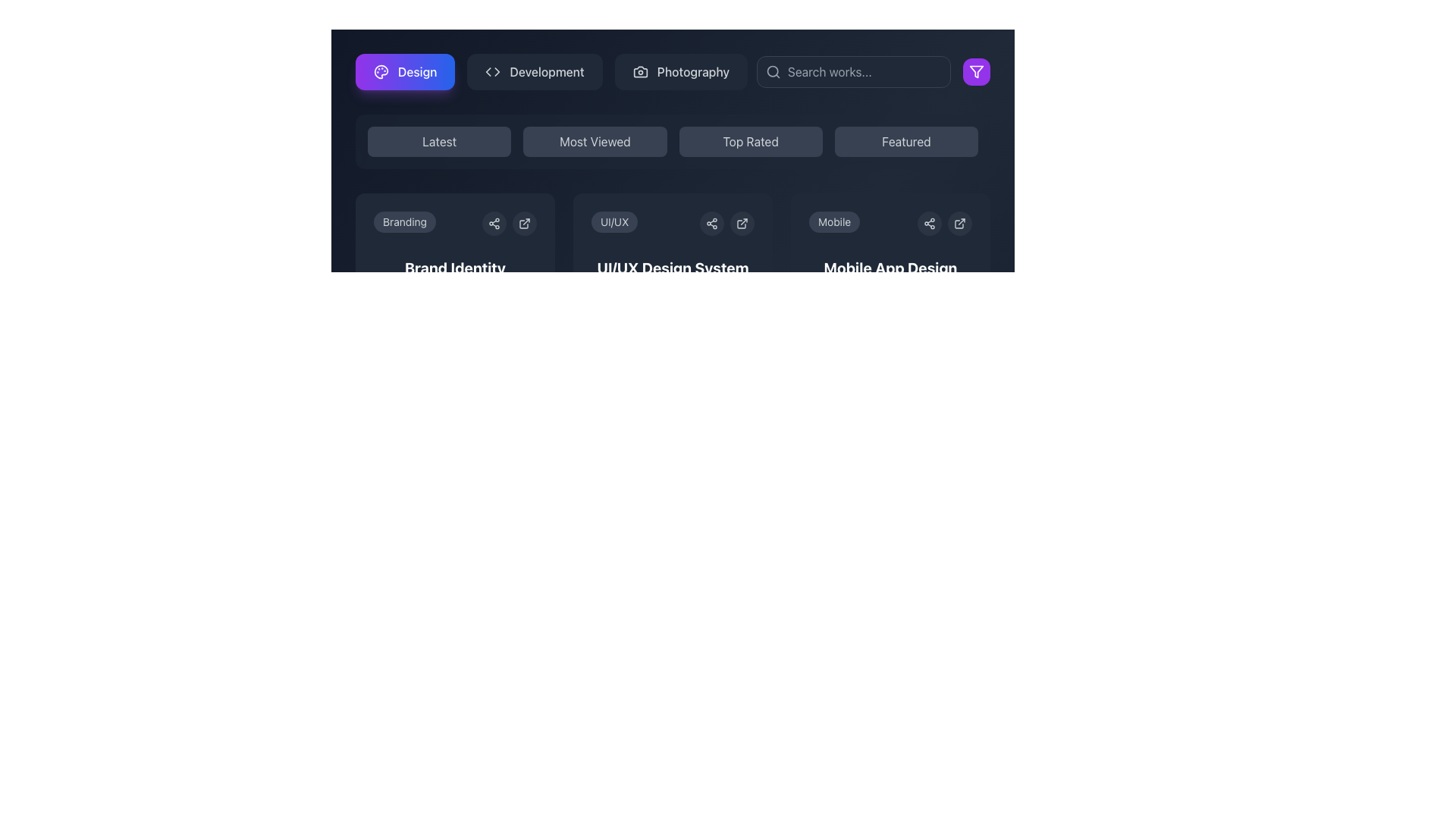 The image size is (1456, 819). I want to click on the share button located in the top right corner of the UI card labeled 'UI/UX Design System', which is the first button in a sequence of two circular buttons, so click(711, 223).